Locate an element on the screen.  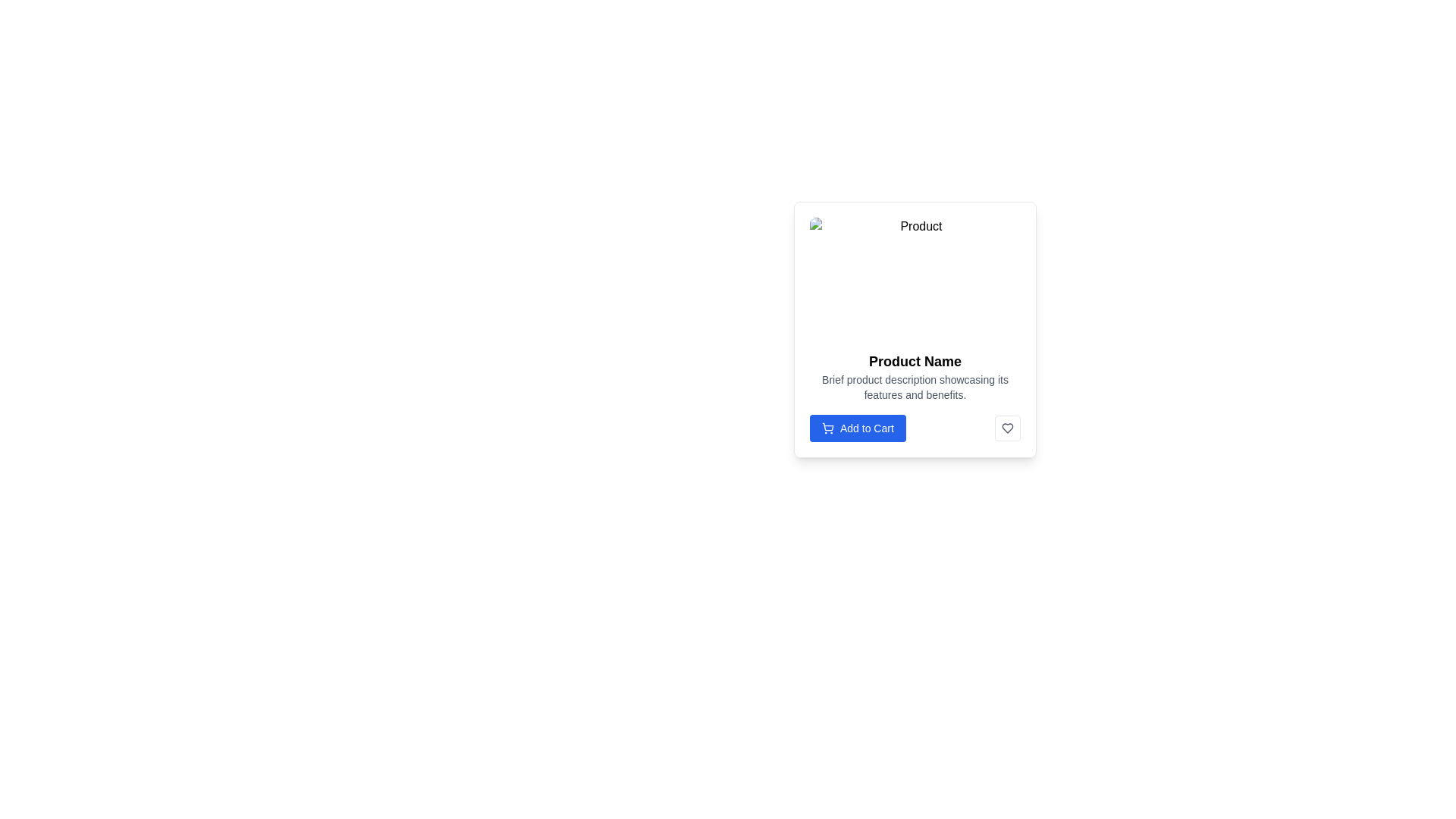
the shopping cart icon inside the blue 'Add to Cart' button located at the bottom of the card is located at coordinates (827, 428).